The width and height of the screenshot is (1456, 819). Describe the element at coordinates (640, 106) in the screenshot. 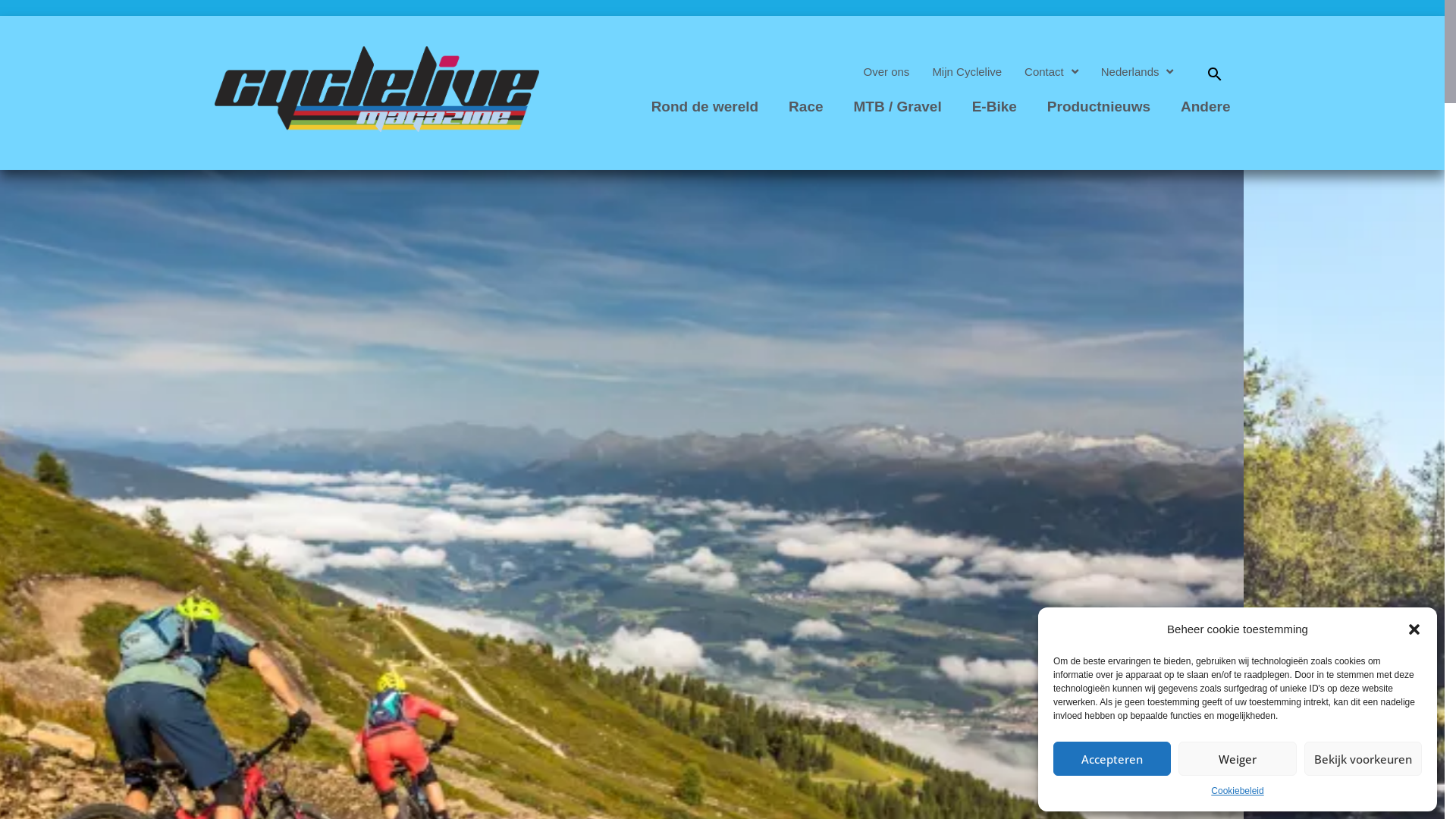

I see `'Rond de wereld'` at that location.